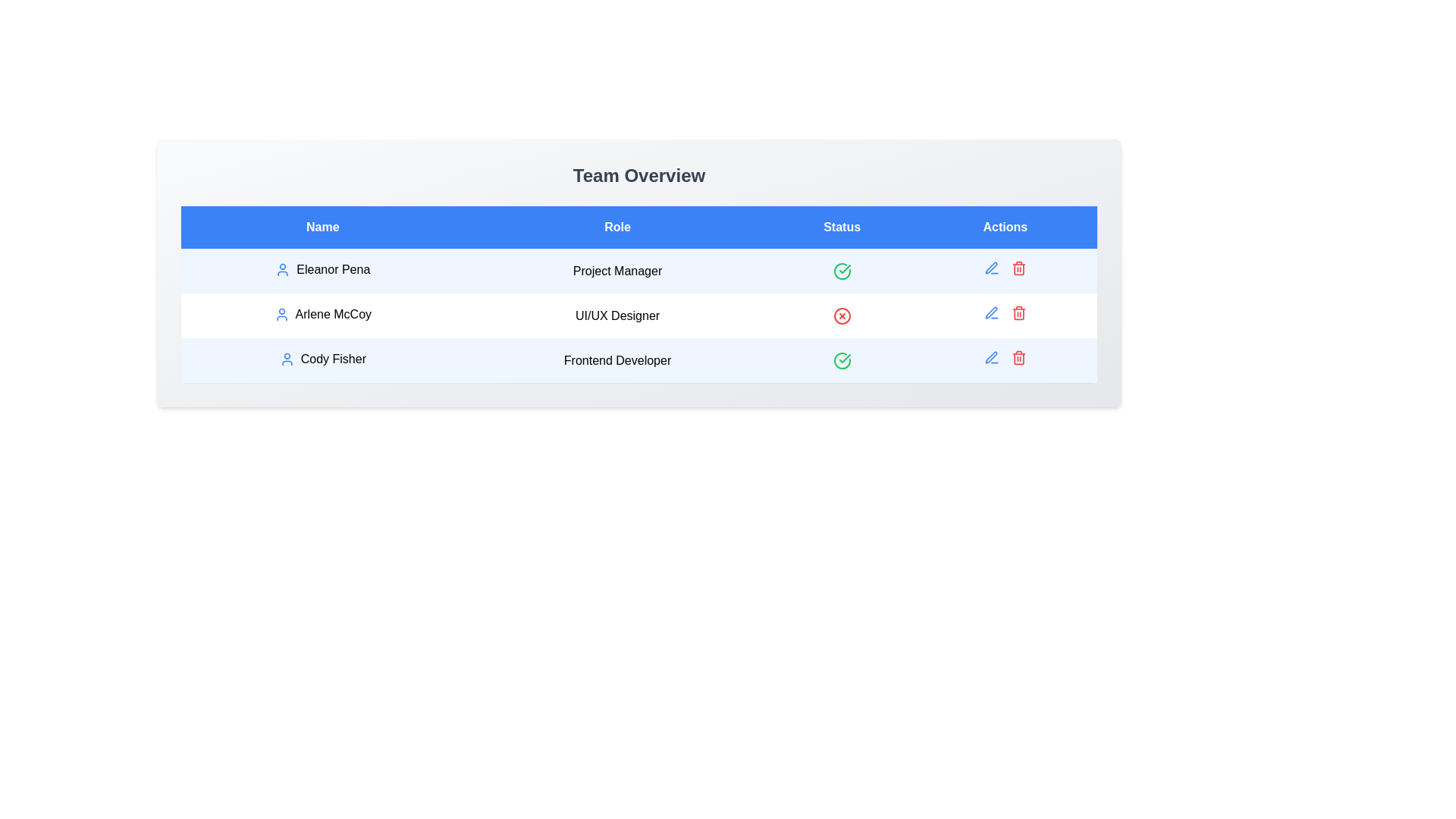  Describe the element at coordinates (841, 270) in the screenshot. I see `the status indicator icon located in the 'Status' column of the table for the 'Frontend Developer' entry, positioned between the 'Role' and 'Actions' columns` at that location.